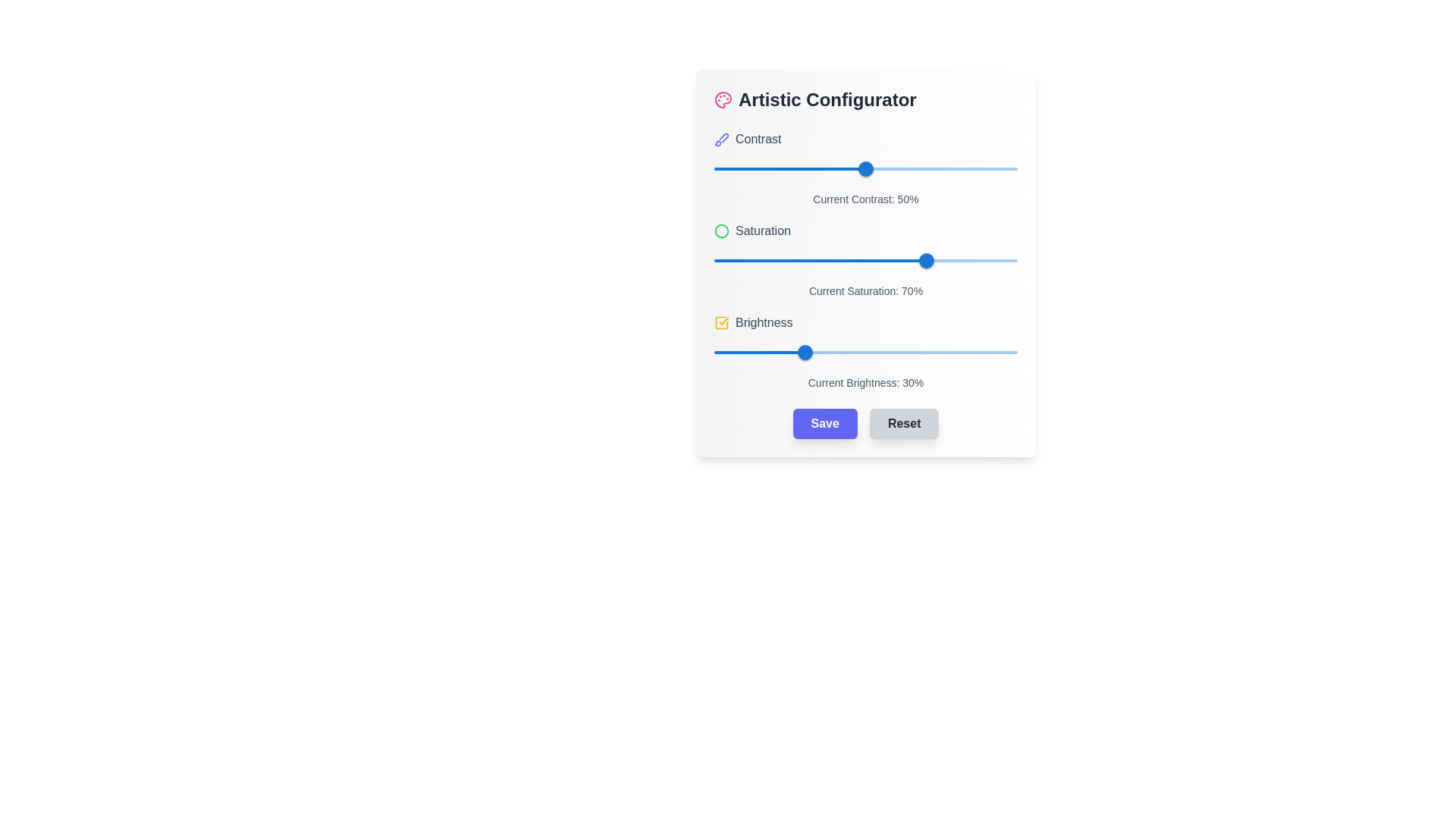 This screenshot has width=1456, height=819. Describe the element at coordinates (723, 137) in the screenshot. I see `the decorative icon in the 'Artistic Configurator' interface located to the left of the 'Contrast' label, which visually represents the artistic theme` at that location.